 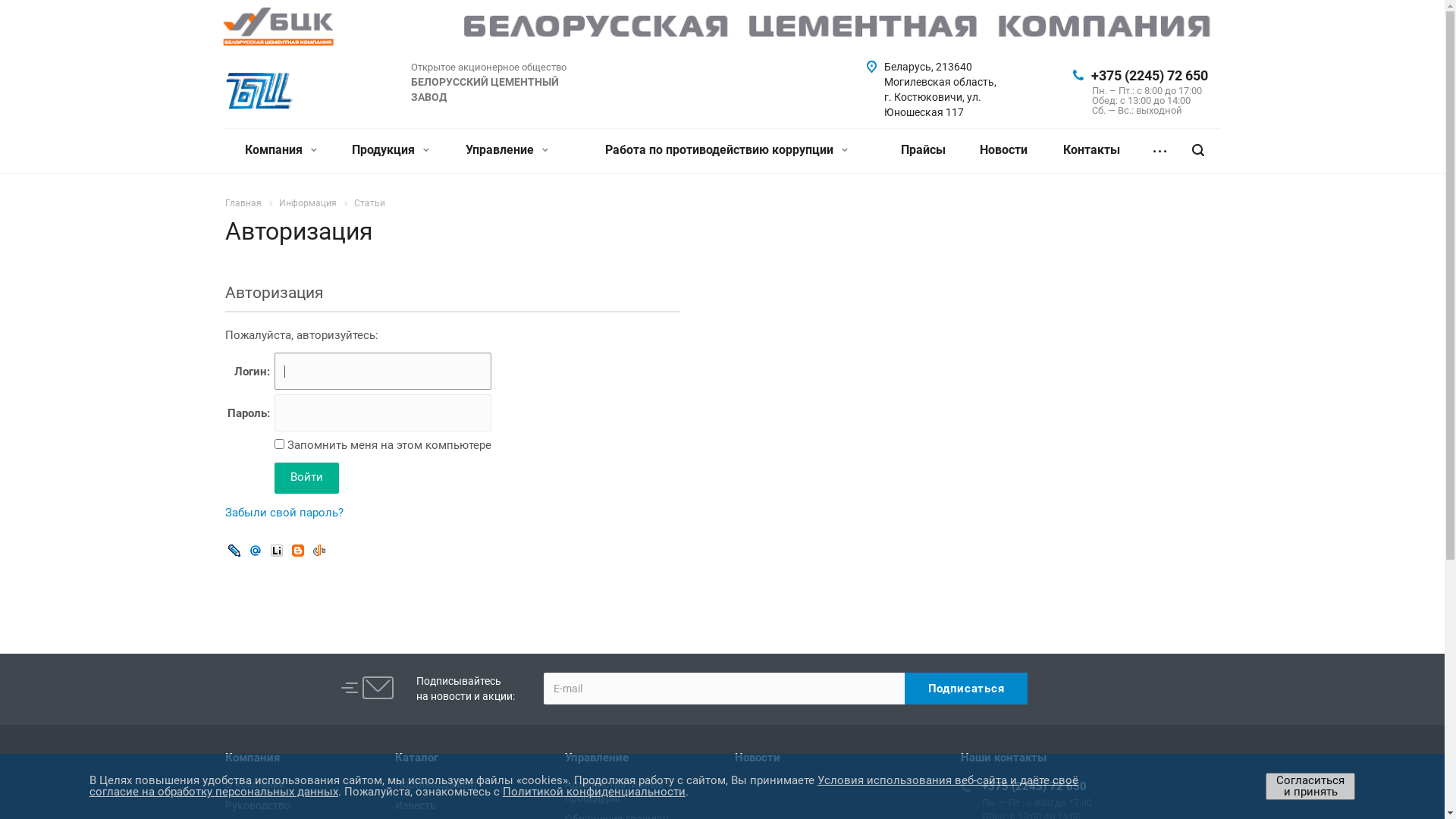 What do you see at coordinates (1149, 75) in the screenshot?
I see `'+375 (2245) 72 650'` at bounding box center [1149, 75].